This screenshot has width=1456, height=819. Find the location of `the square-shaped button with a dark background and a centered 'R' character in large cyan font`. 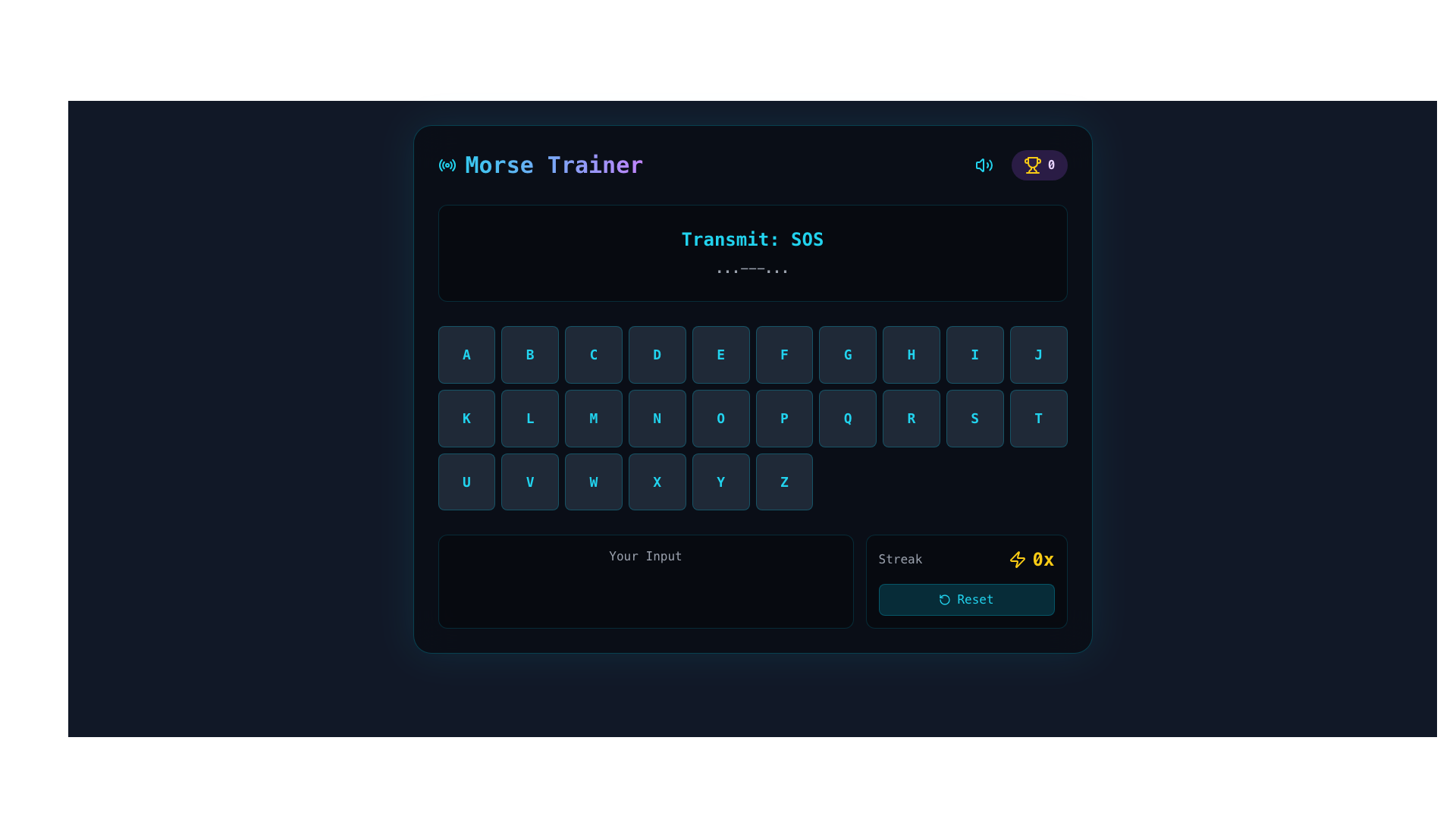

the square-shaped button with a dark background and a centered 'R' character in large cyan font is located at coordinates (910, 418).